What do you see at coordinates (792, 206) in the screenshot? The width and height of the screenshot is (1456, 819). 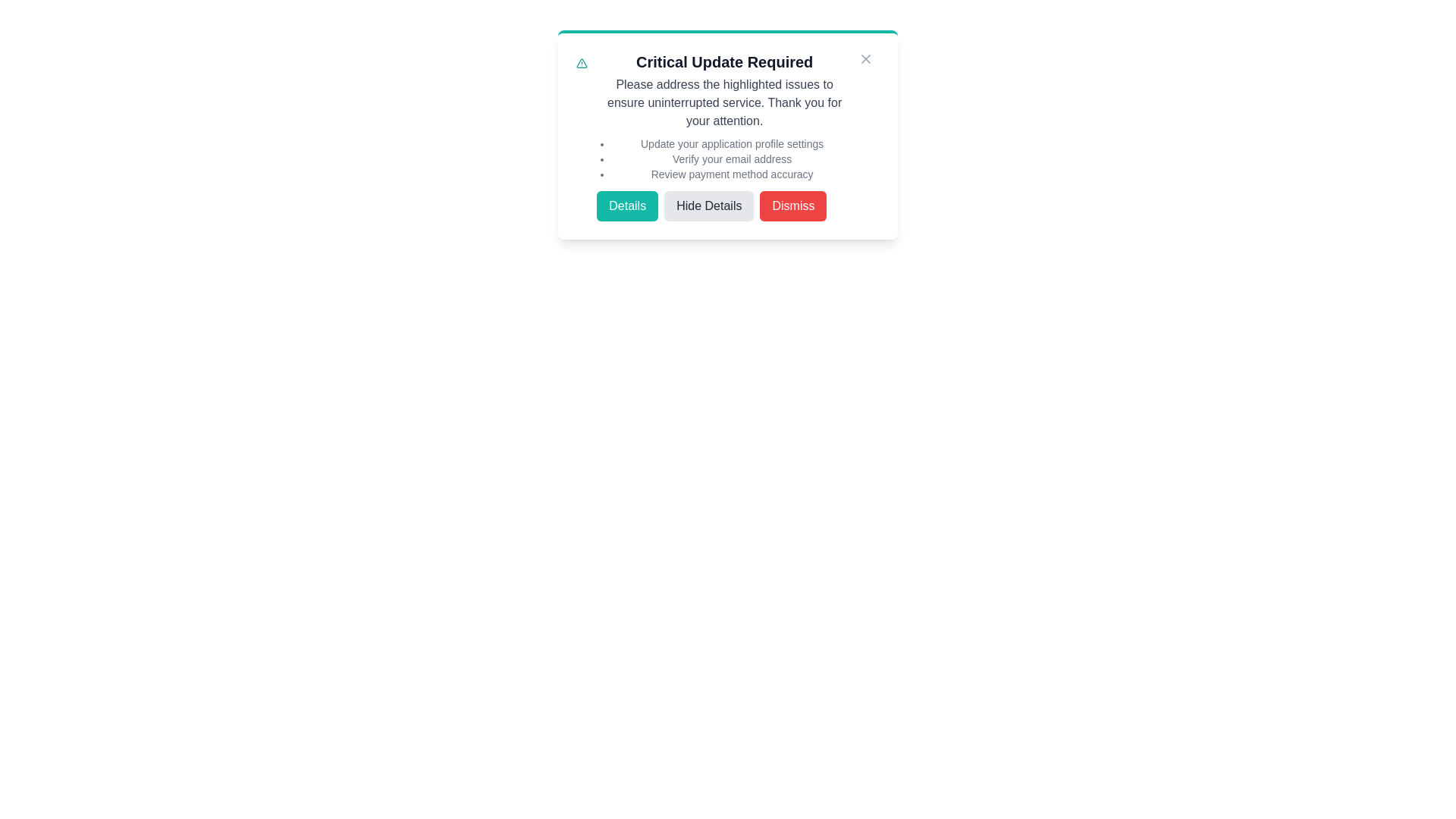 I see `the dismiss button, which is the third button from the left in a group of three buttons at the bottom of a modal dialog box` at bounding box center [792, 206].